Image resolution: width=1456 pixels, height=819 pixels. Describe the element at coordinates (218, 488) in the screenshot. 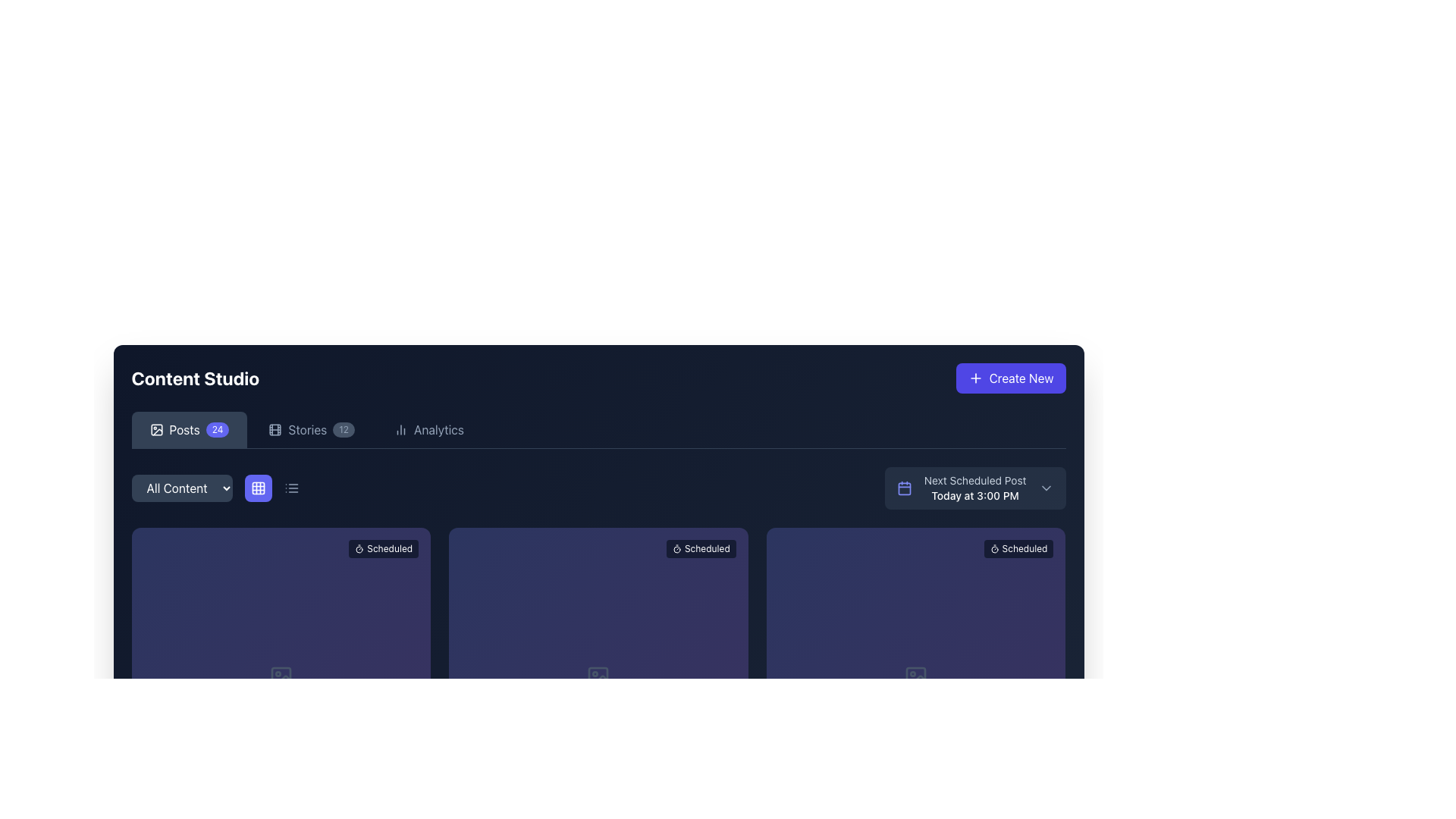

I see `the Dropdown menu trigger button located below the title 'Content Studio' and to the left of the layout toggle icons` at that location.